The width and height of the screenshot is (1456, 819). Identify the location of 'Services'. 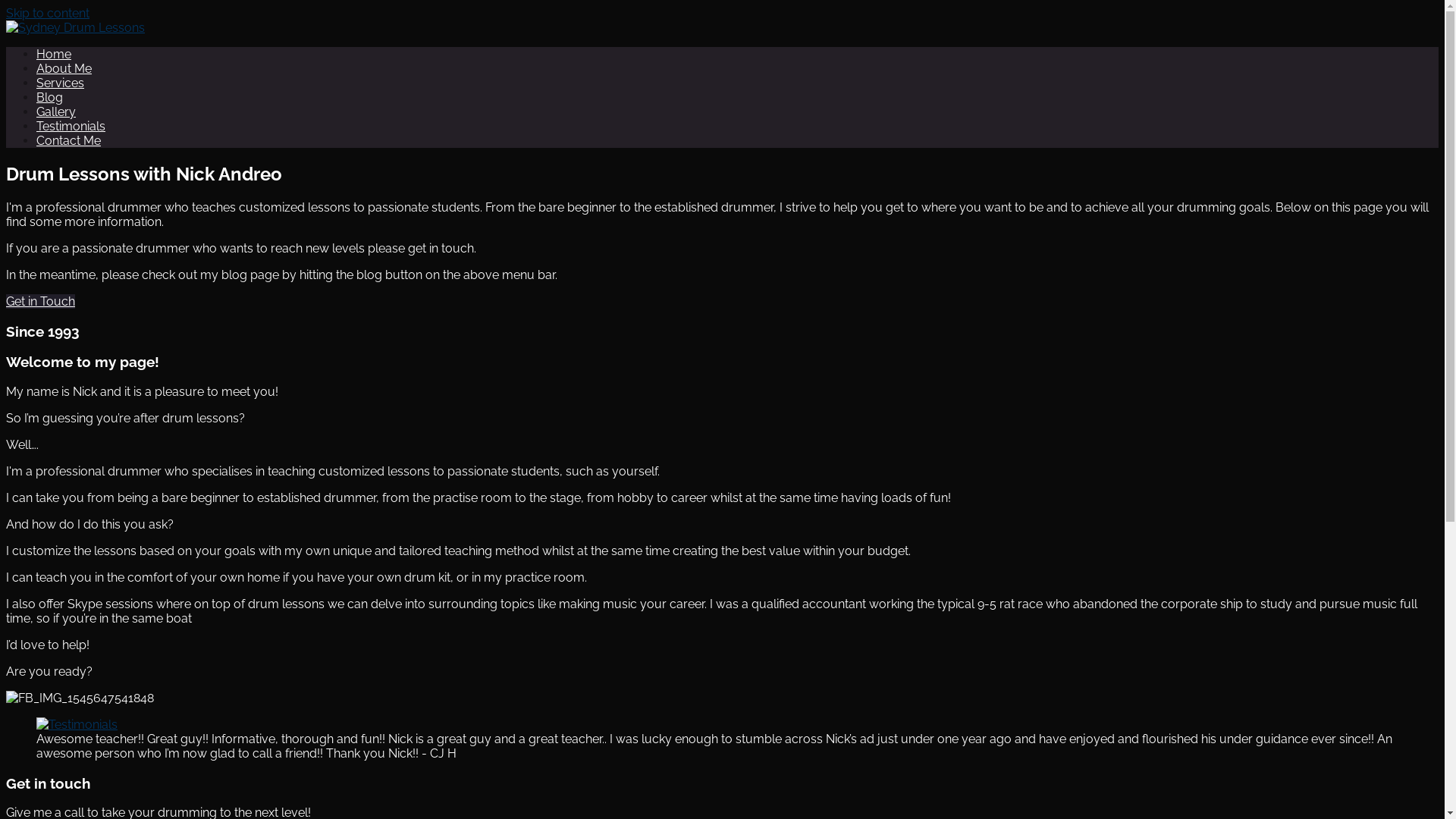
(60, 83).